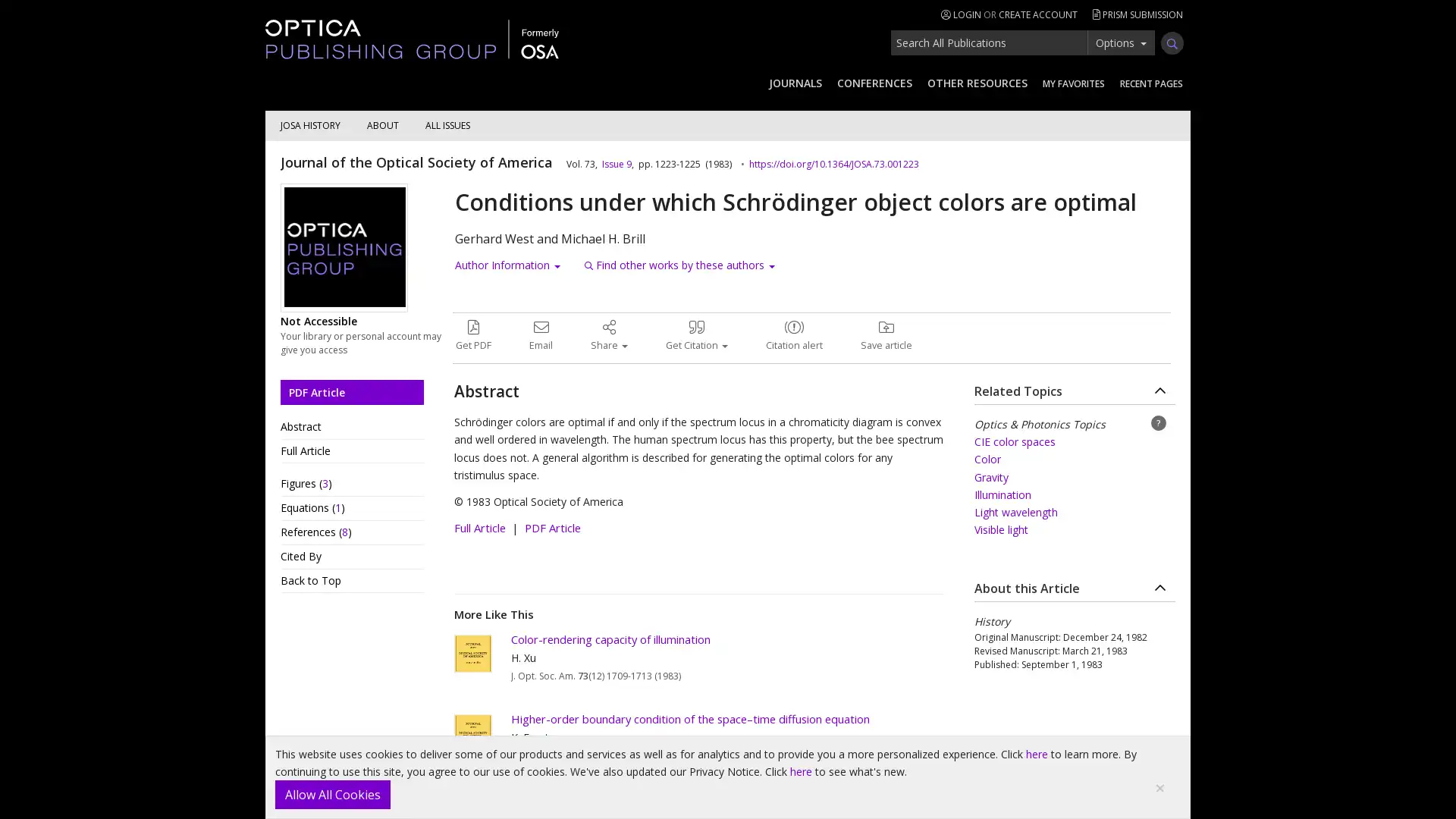  What do you see at coordinates (1121, 42) in the screenshot?
I see `Options` at bounding box center [1121, 42].